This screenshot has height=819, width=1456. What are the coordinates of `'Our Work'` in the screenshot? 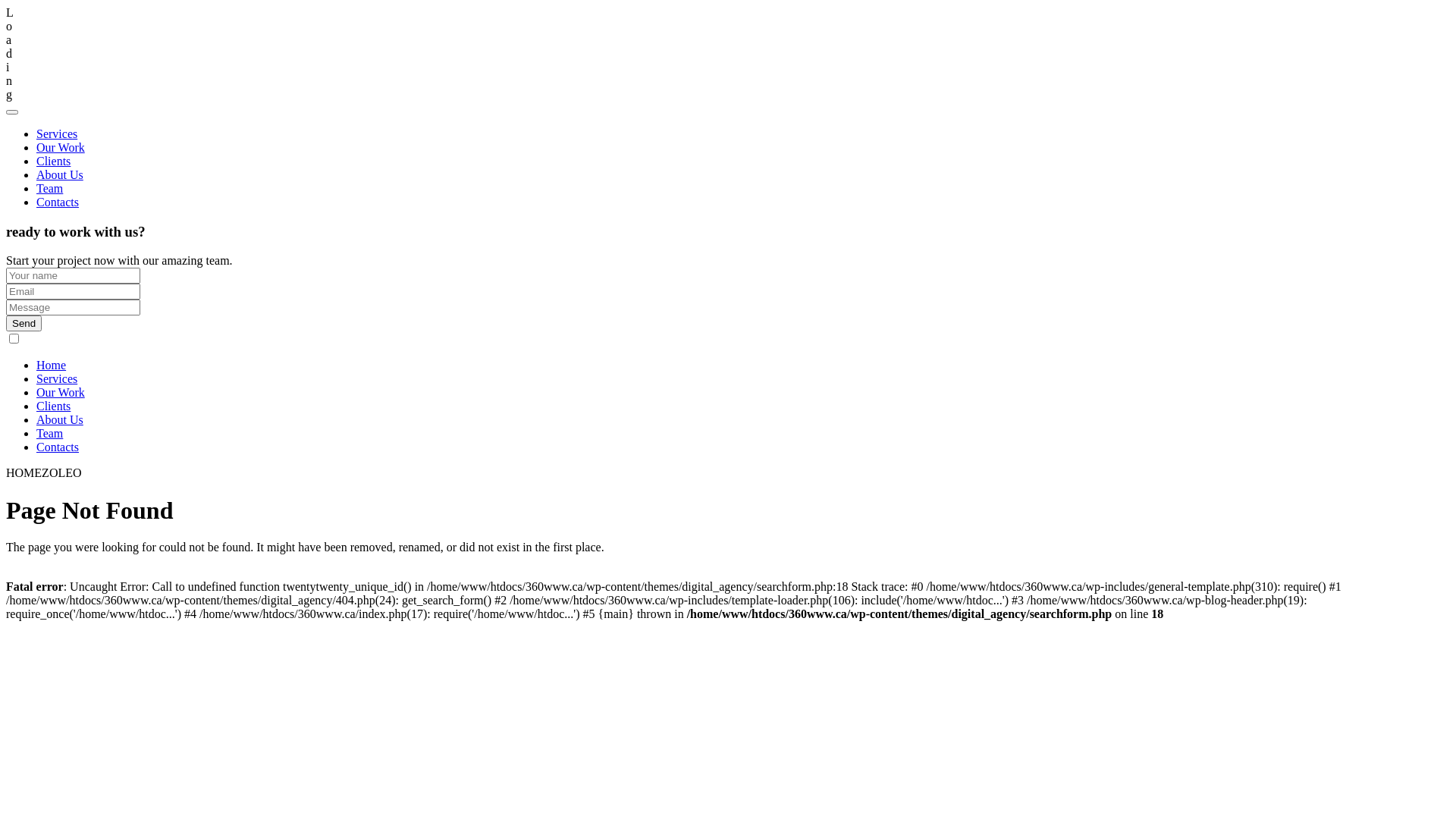 It's located at (36, 147).